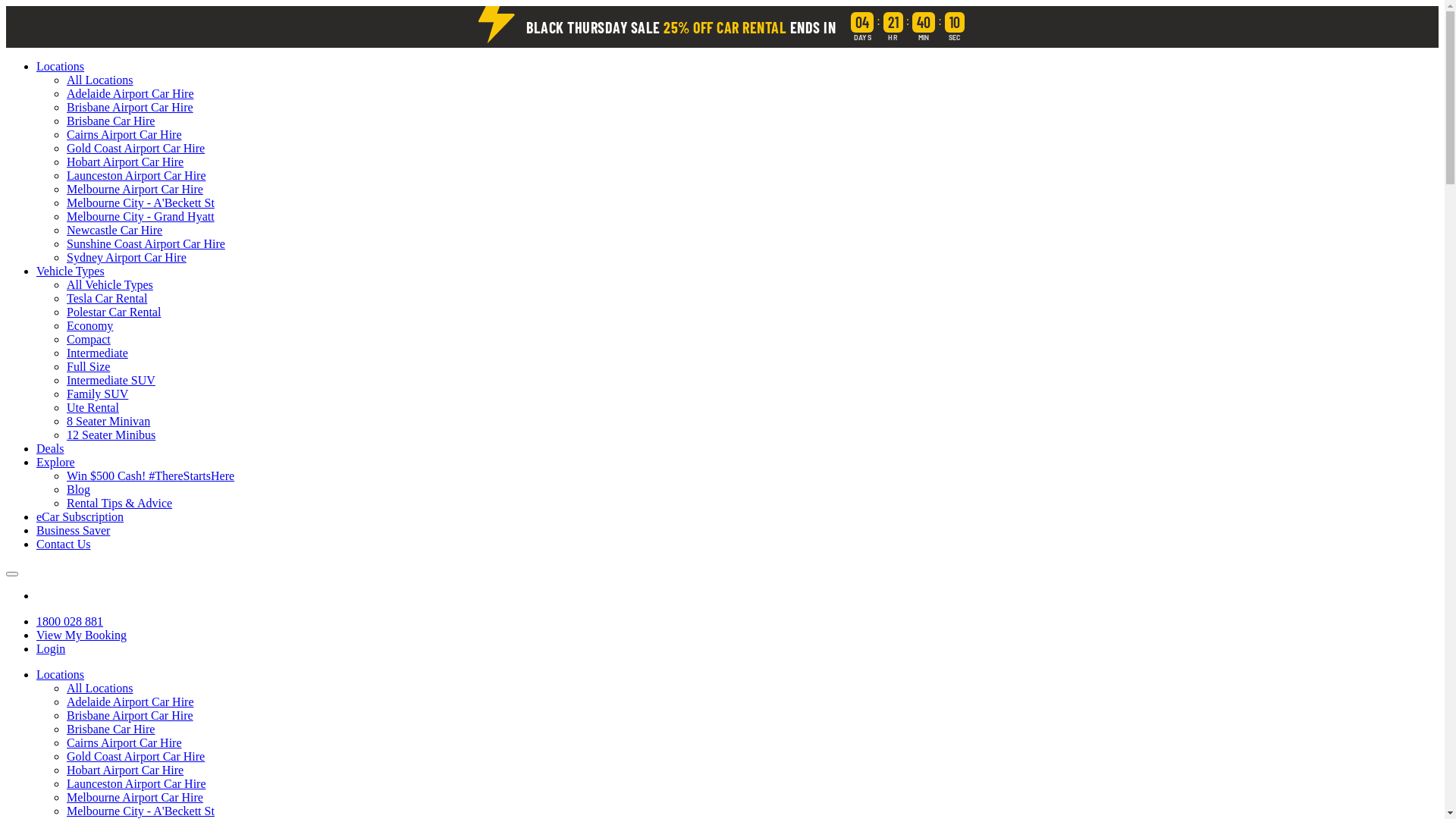  Describe the element at coordinates (146, 243) in the screenshot. I see `'Sunshine Coast Airport Car Hire'` at that location.